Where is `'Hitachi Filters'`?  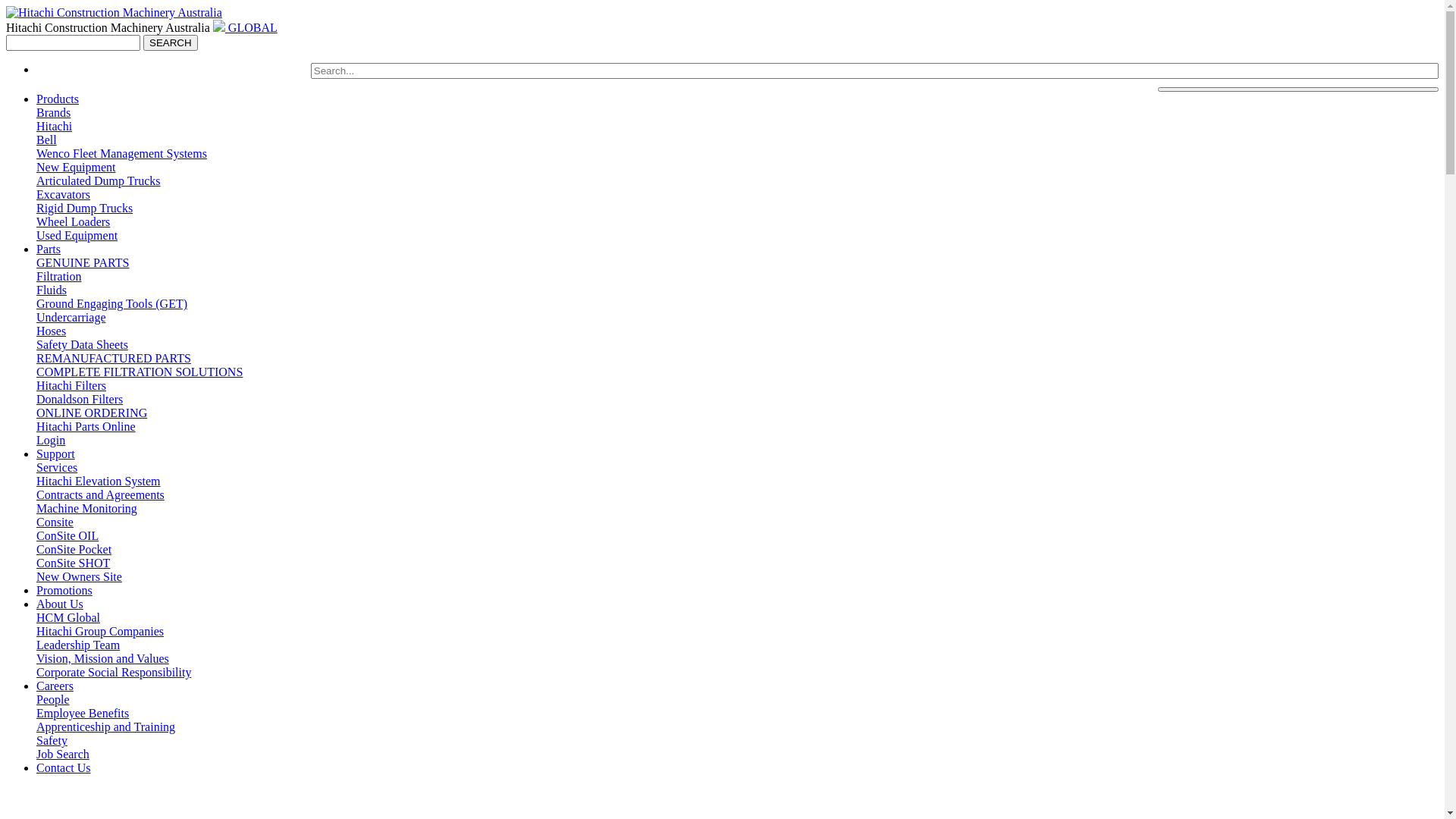 'Hitachi Filters' is located at coordinates (71, 384).